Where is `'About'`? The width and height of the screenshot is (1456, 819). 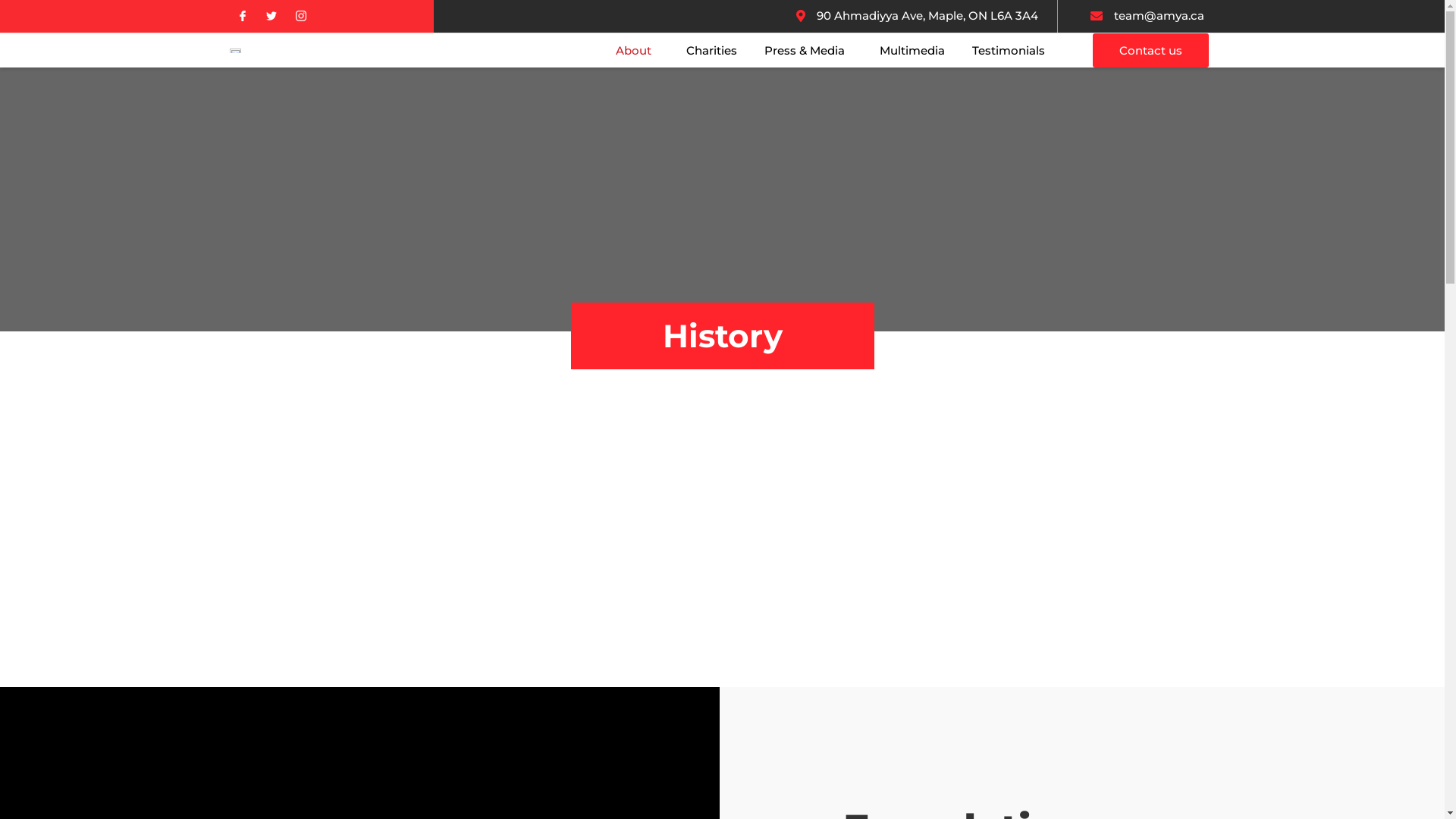 'About' is located at coordinates (637, 49).